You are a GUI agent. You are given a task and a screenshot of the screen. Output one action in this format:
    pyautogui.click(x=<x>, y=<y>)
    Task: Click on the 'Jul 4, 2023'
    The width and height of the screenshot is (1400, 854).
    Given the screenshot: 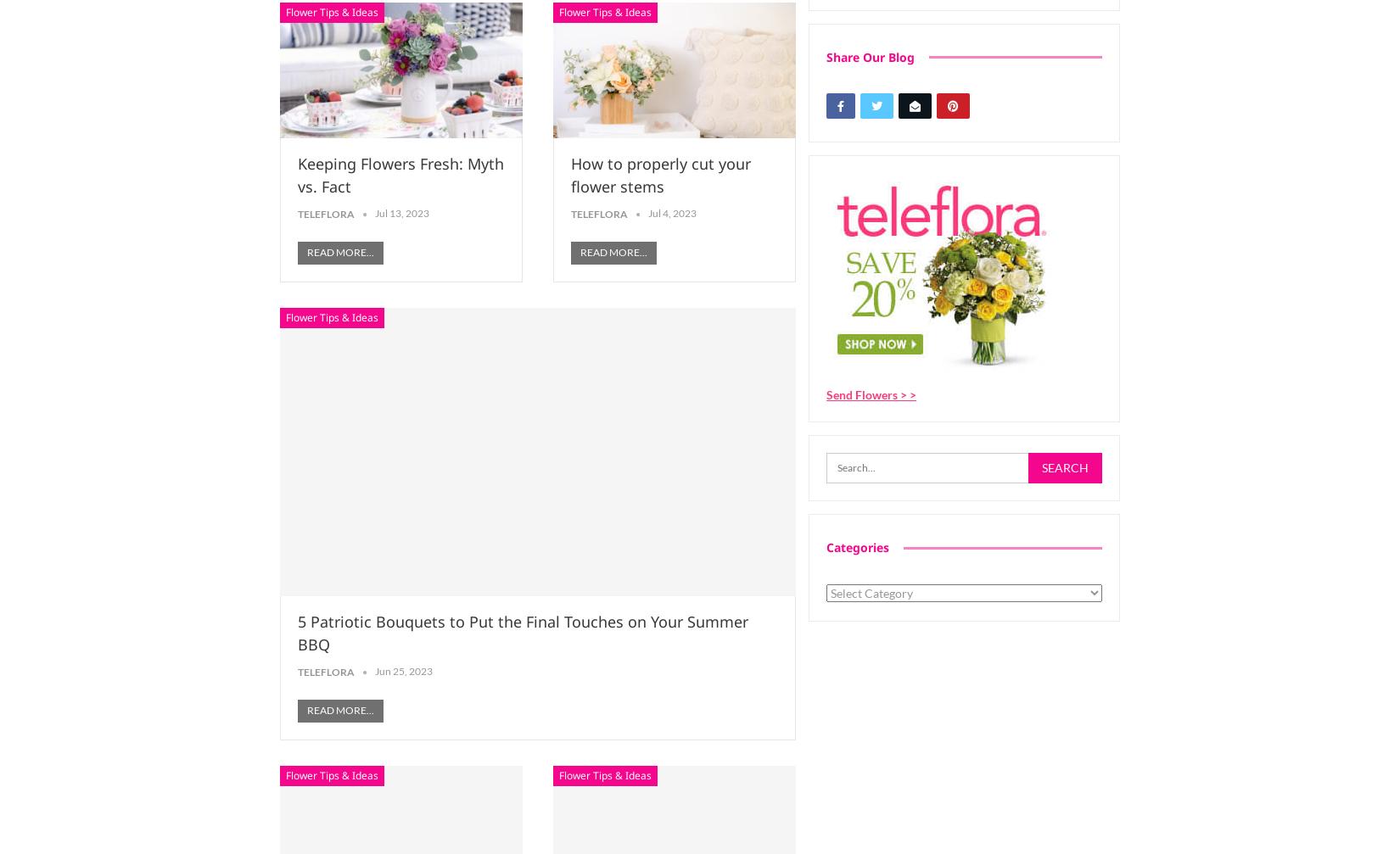 What is the action you would take?
    pyautogui.click(x=671, y=213)
    